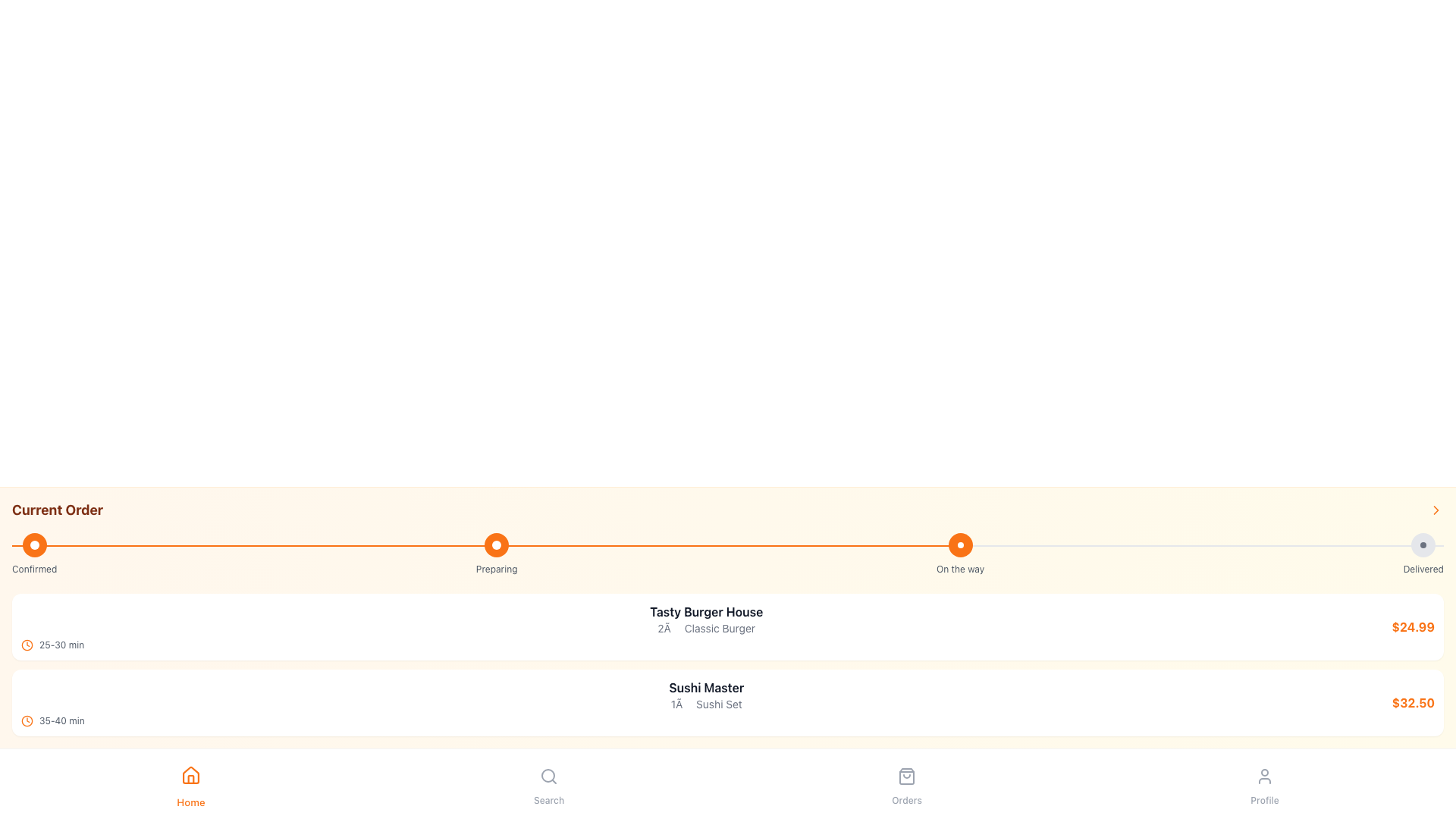  What do you see at coordinates (34, 554) in the screenshot?
I see `the Circular progress indicator labeled 'Confirmed' in the progress tracker bar, which visually indicates the current status of the process` at bounding box center [34, 554].